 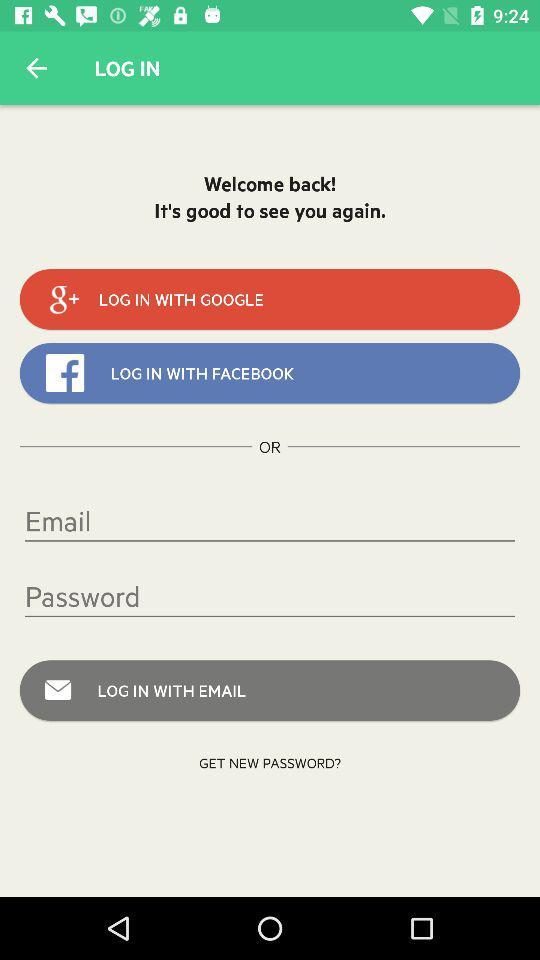 I want to click on item below or, so click(x=270, y=519).